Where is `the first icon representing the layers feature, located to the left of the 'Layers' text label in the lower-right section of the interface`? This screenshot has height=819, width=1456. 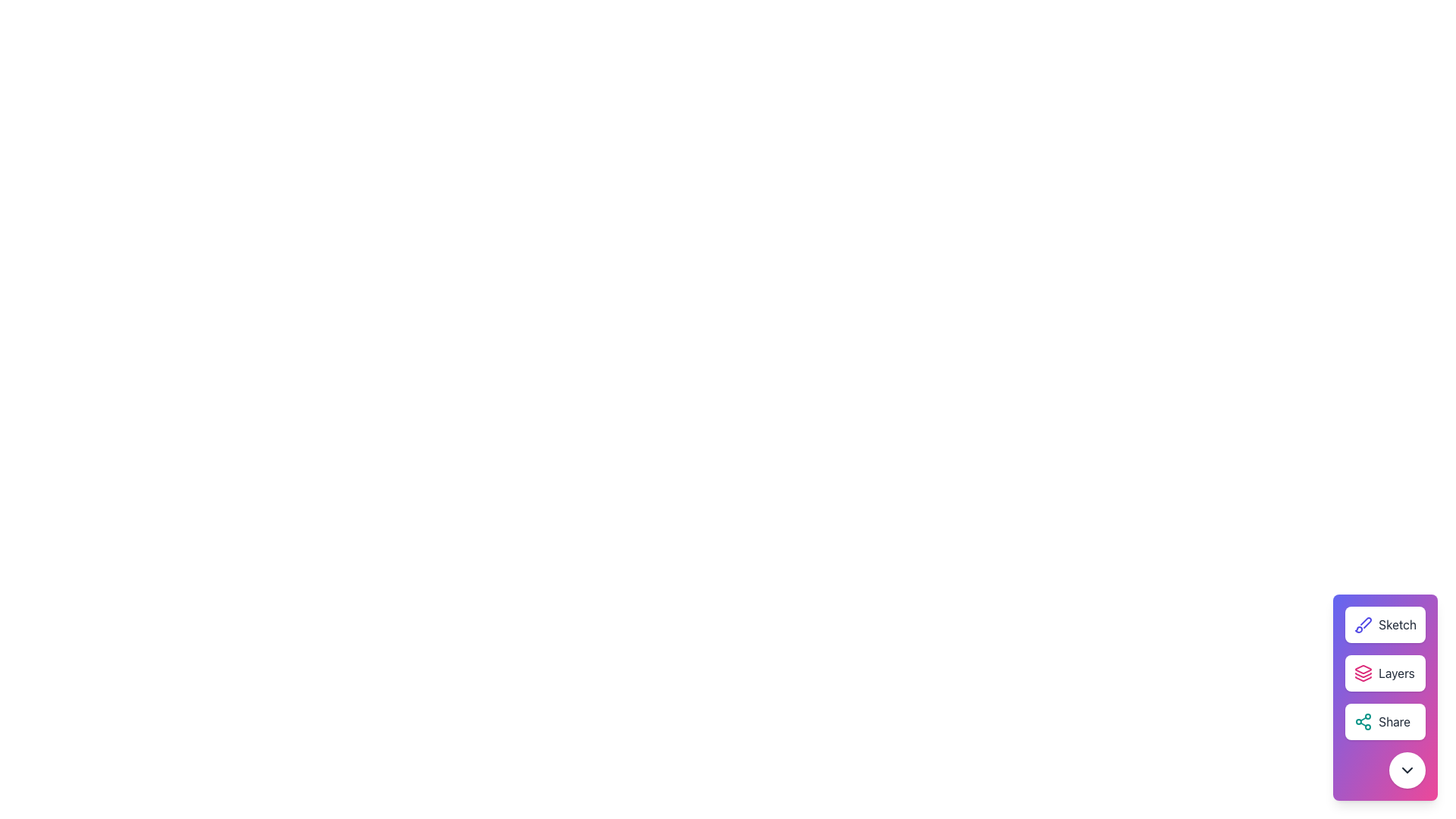
the first icon representing the layers feature, located to the left of the 'Layers' text label in the lower-right section of the interface is located at coordinates (1363, 672).